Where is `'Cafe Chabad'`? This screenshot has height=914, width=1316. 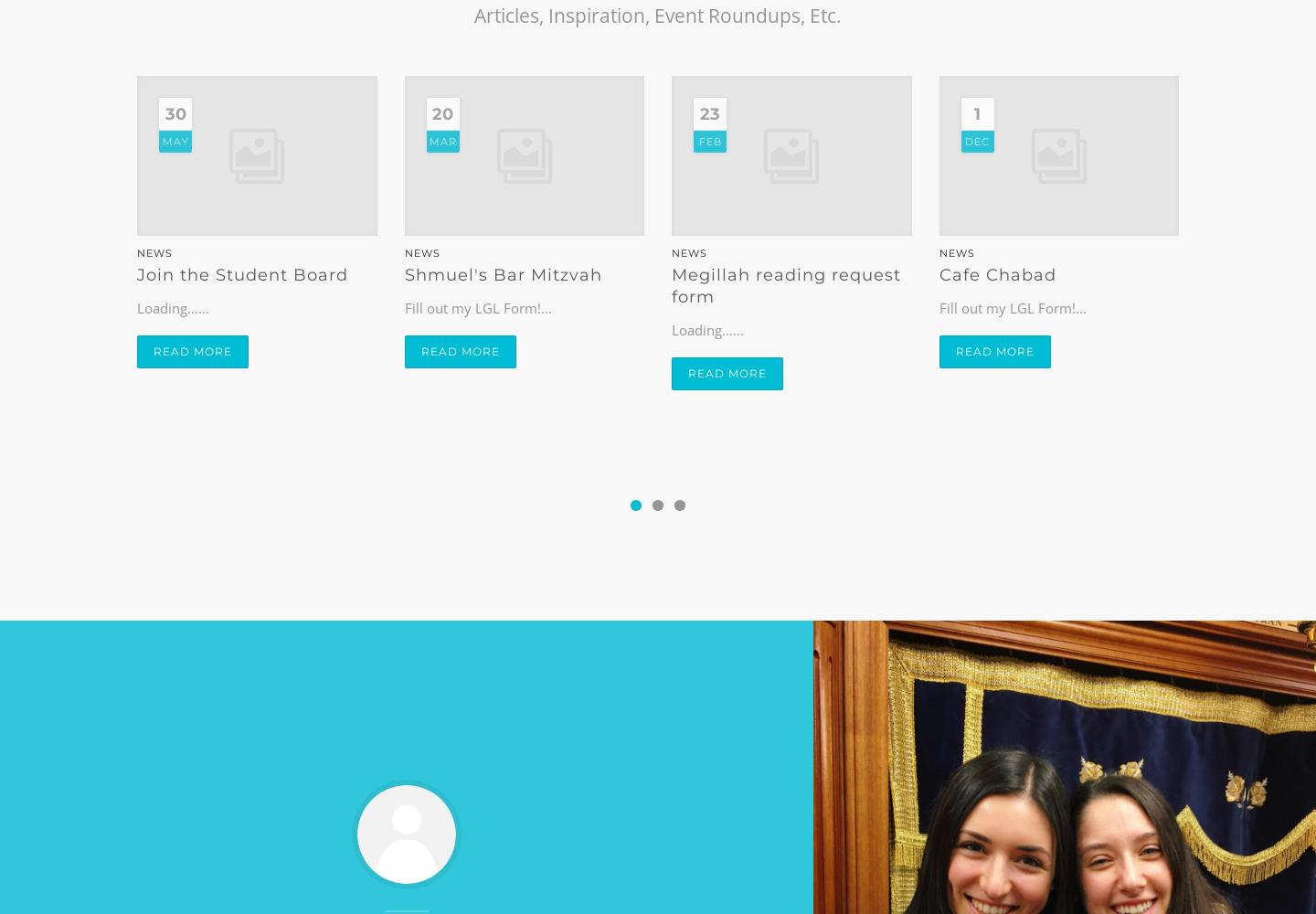
'Cafe Chabad' is located at coordinates (939, 275).